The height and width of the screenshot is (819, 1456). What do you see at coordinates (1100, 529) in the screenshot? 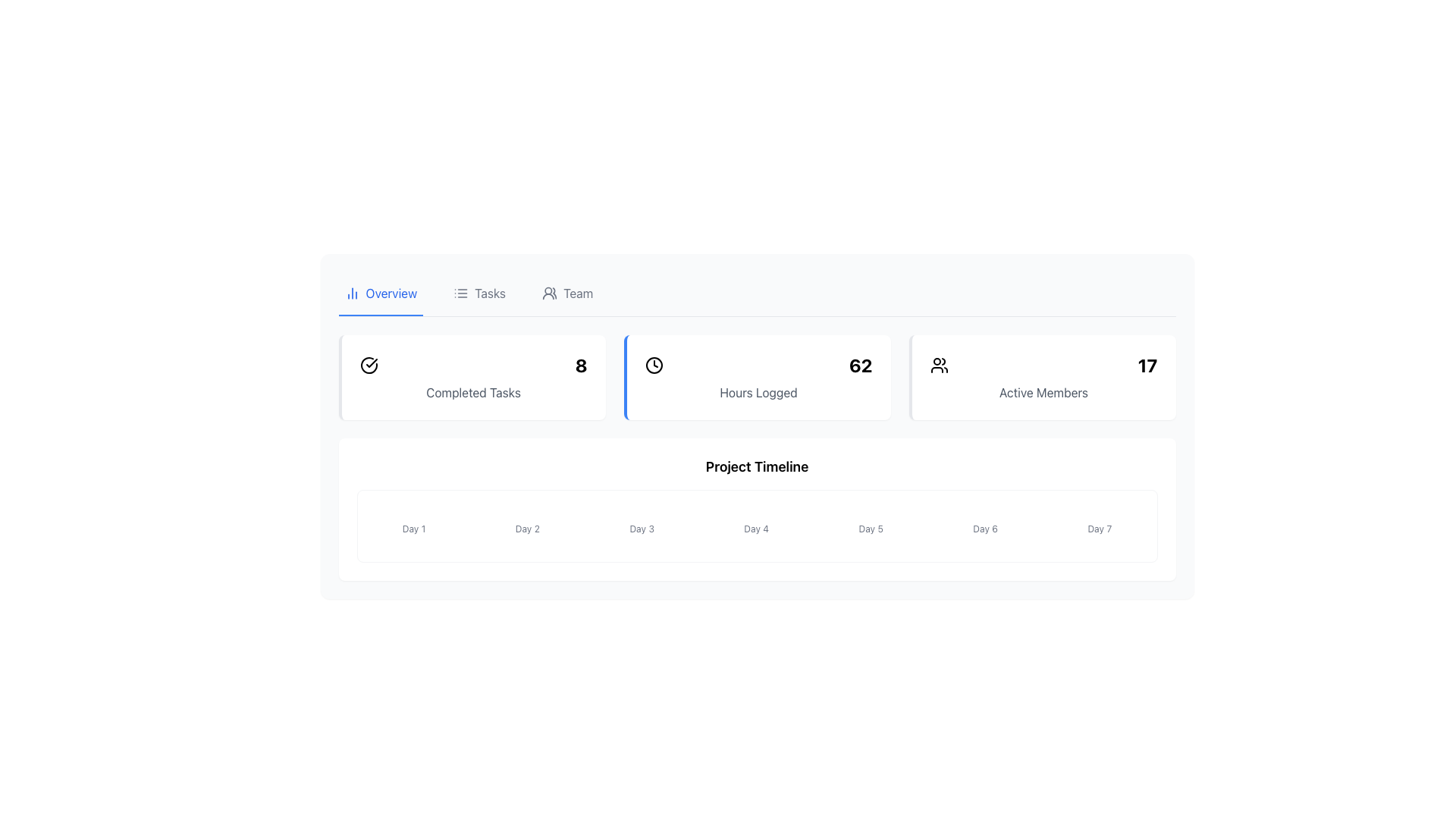
I see `text label displaying 'Day 7', which is styled in gray and located below a vertical blue line in the 'Project Timeline' section` at bounding box center [1100, 529].